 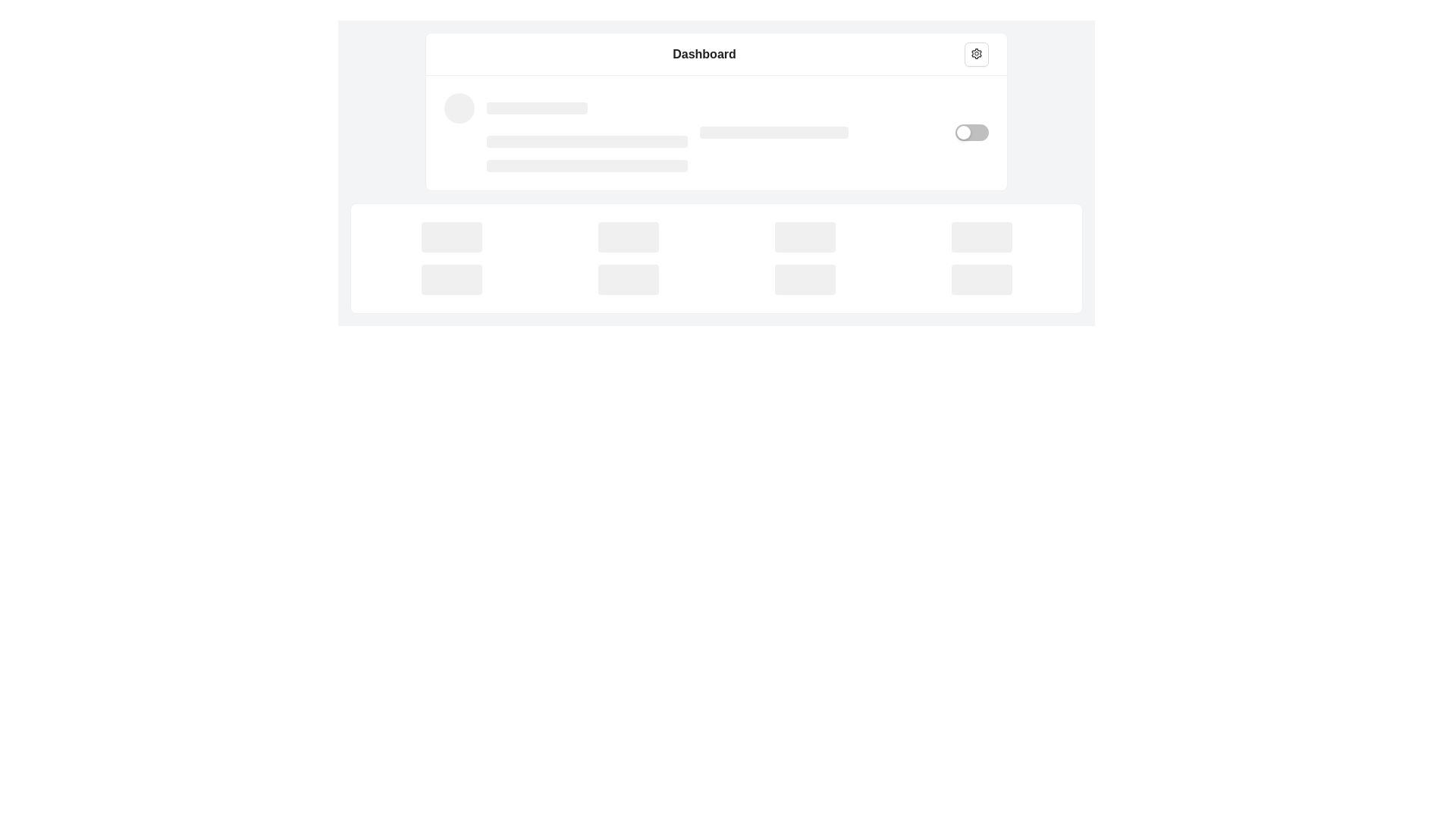 I want to click on text displayed in the Header Section, which is labeled 'Dashboard' in bold, centered font, so click(x=716, y=54).